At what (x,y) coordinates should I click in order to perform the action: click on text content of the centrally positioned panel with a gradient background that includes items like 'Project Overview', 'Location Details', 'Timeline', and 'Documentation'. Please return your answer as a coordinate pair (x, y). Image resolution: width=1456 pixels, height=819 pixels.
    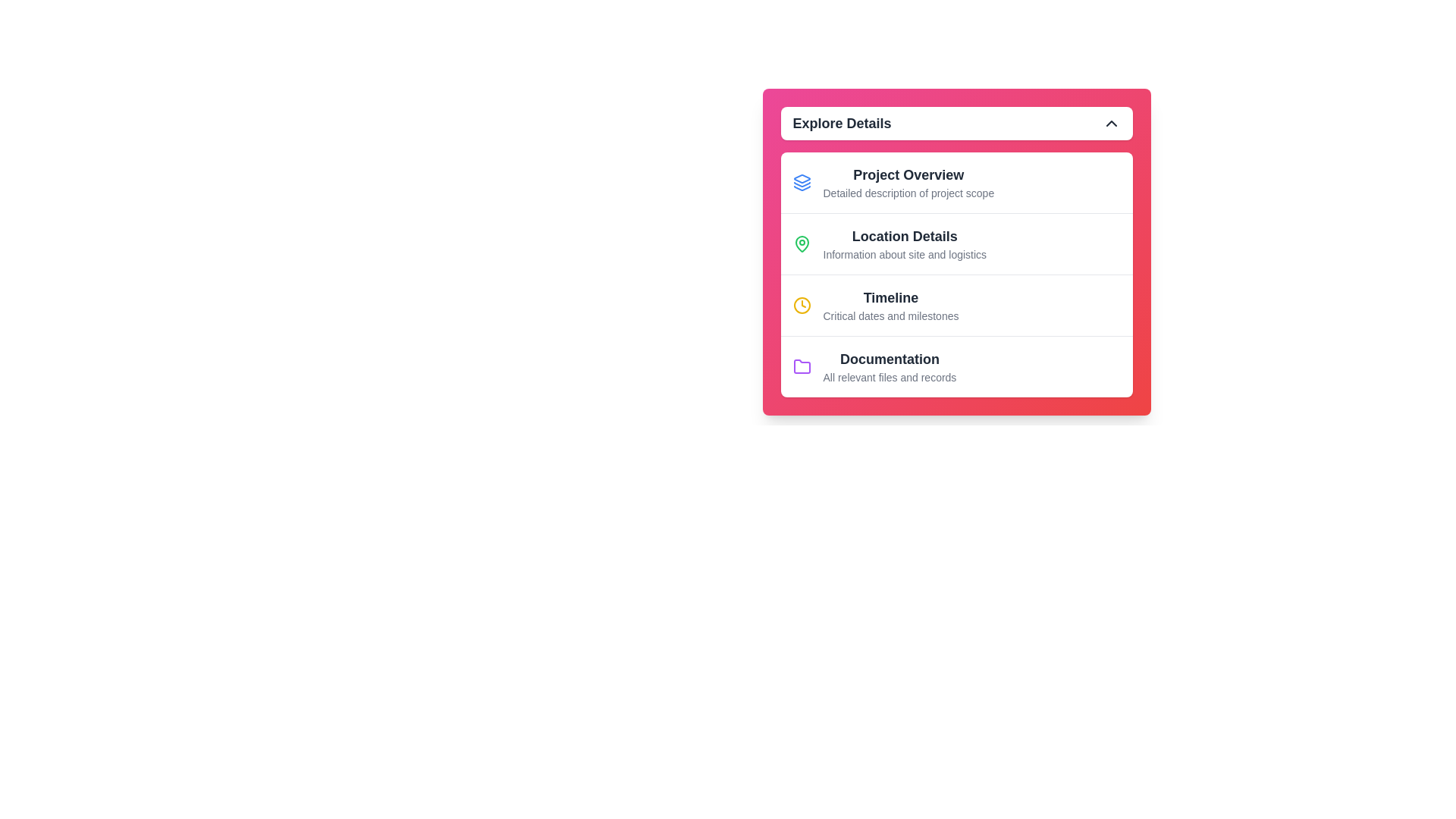
    Looking at the image, I should click on (955, 251).